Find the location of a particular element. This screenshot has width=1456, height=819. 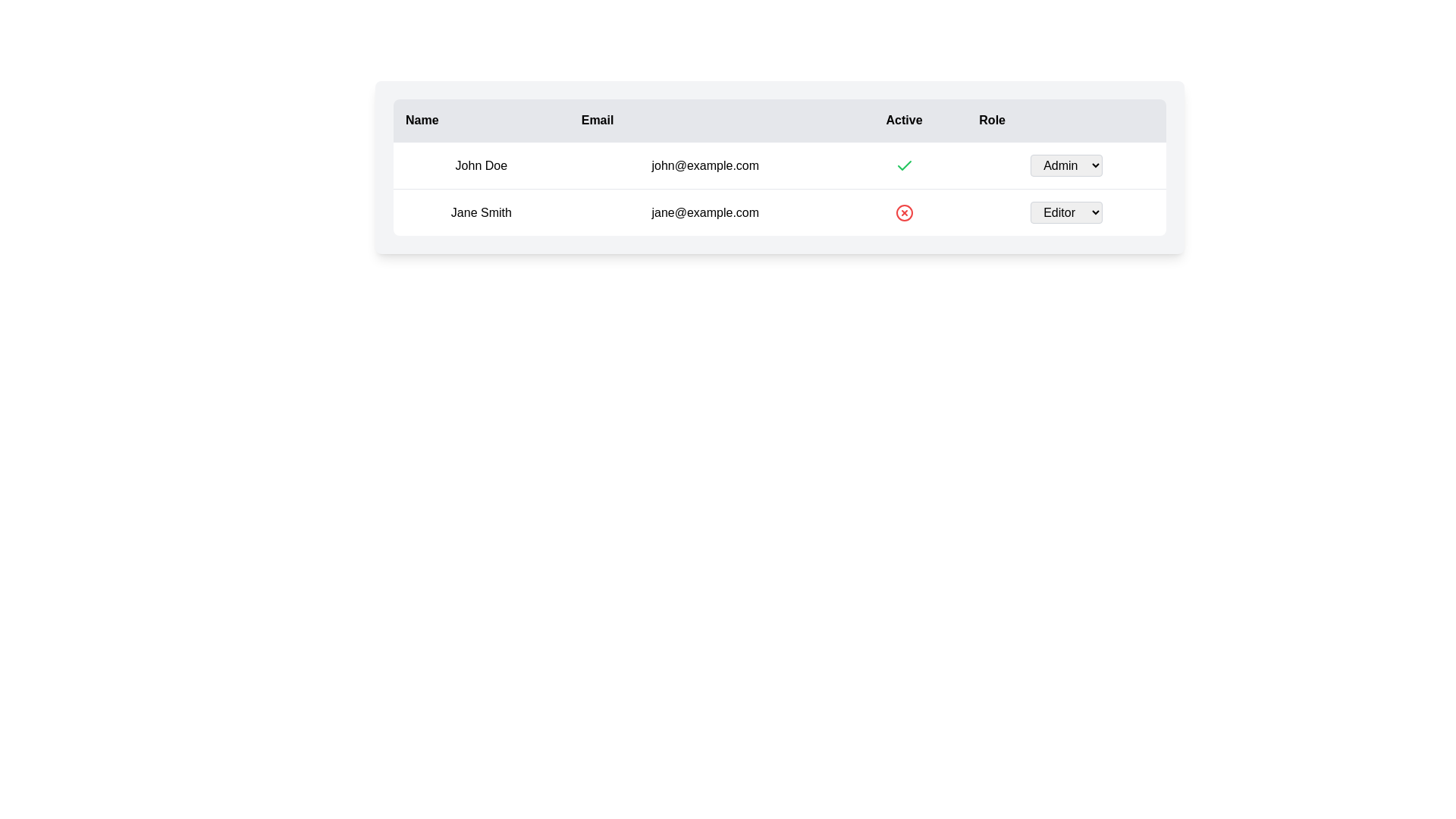

the static text displaying the email address associated with 'Jane Smith', located in the second row of the table under the 'Email' column is located at coordinates (704, 212).